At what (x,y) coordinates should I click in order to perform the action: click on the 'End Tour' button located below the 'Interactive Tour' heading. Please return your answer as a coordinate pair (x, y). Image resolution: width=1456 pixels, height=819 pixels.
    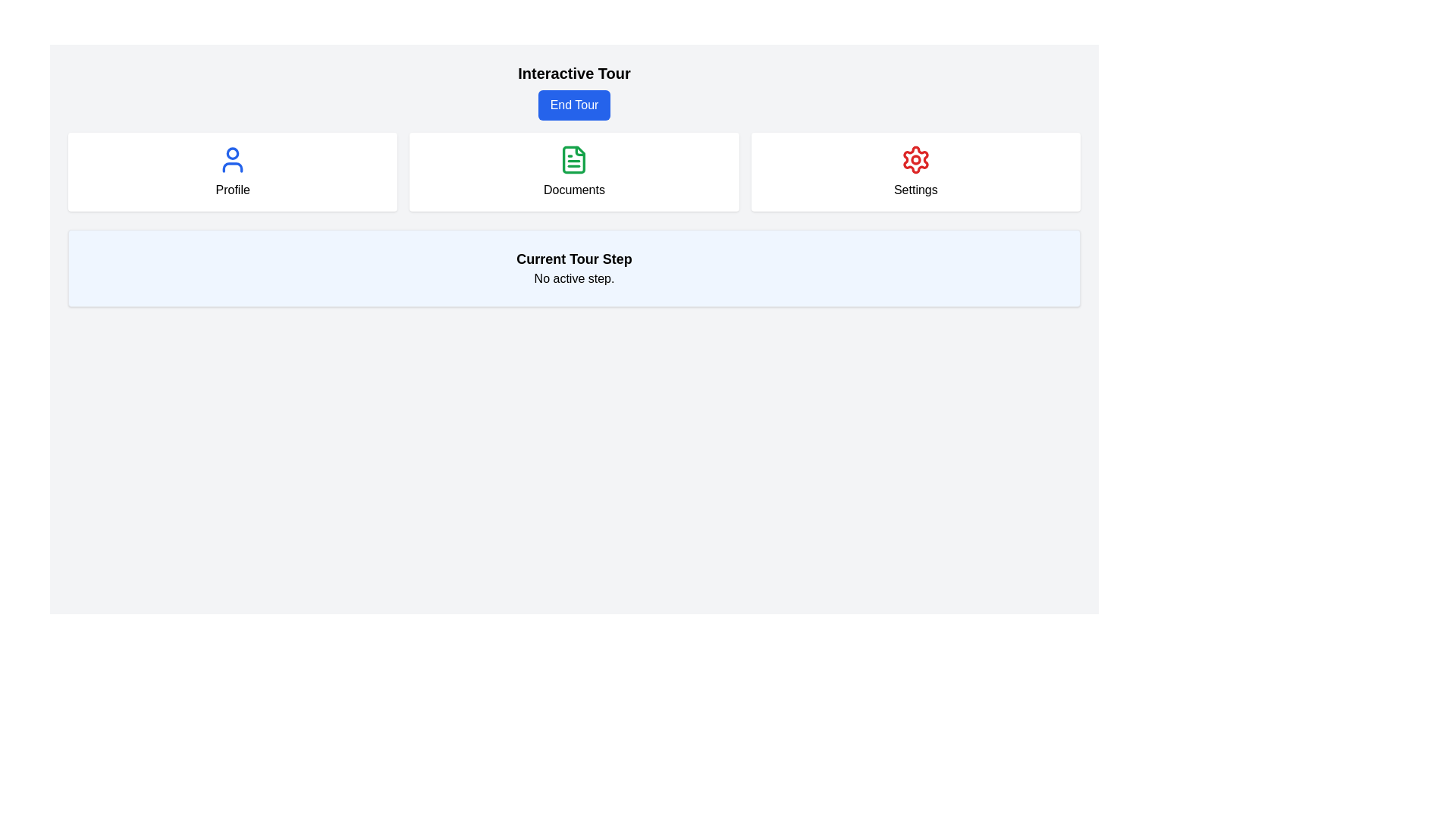
    Looking at the image, I should click on (573, 91).